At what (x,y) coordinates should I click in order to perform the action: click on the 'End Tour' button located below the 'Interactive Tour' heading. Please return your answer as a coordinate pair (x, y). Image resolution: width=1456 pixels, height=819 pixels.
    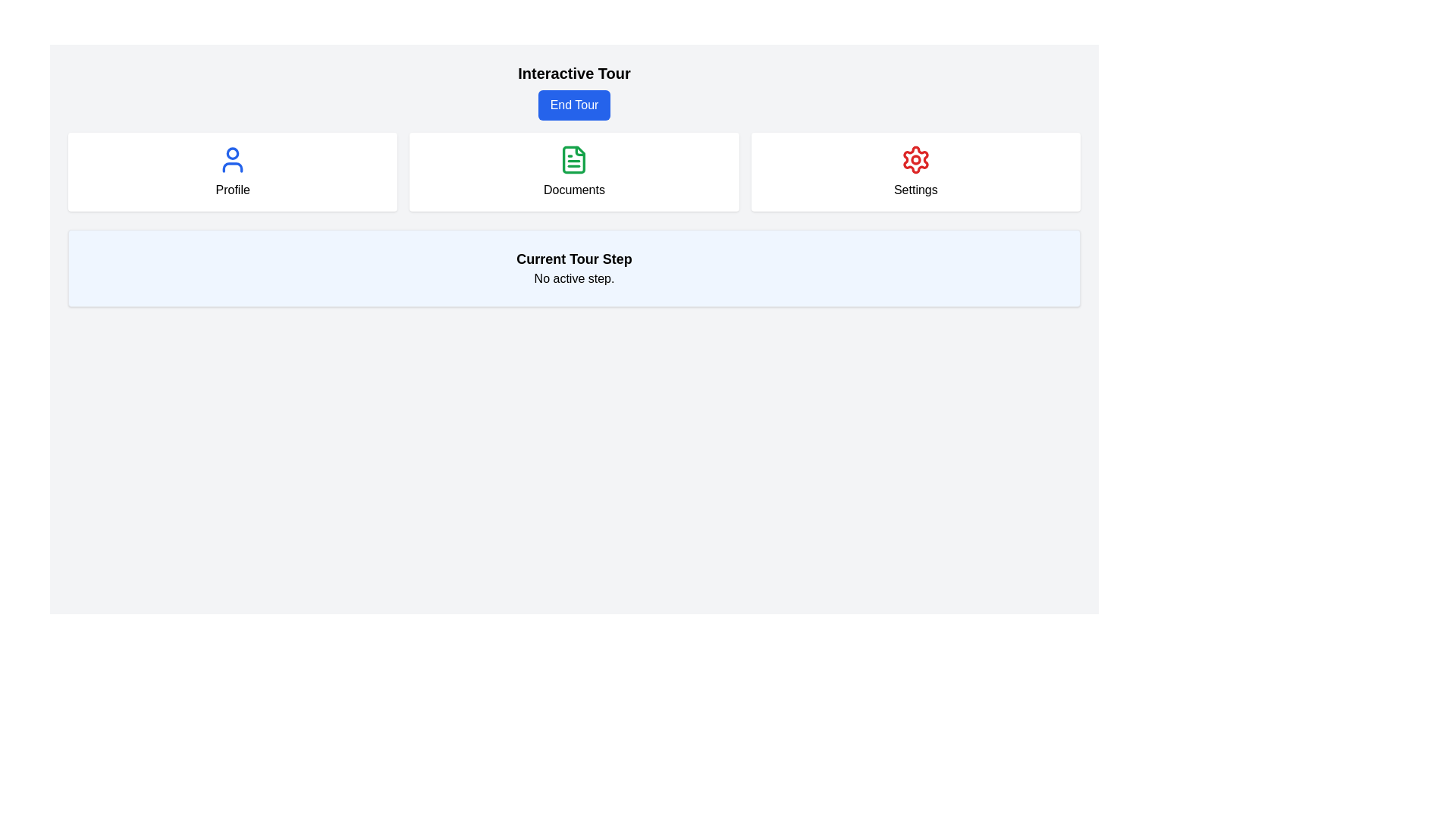
    Looking at the image, I should click on (573, 91).